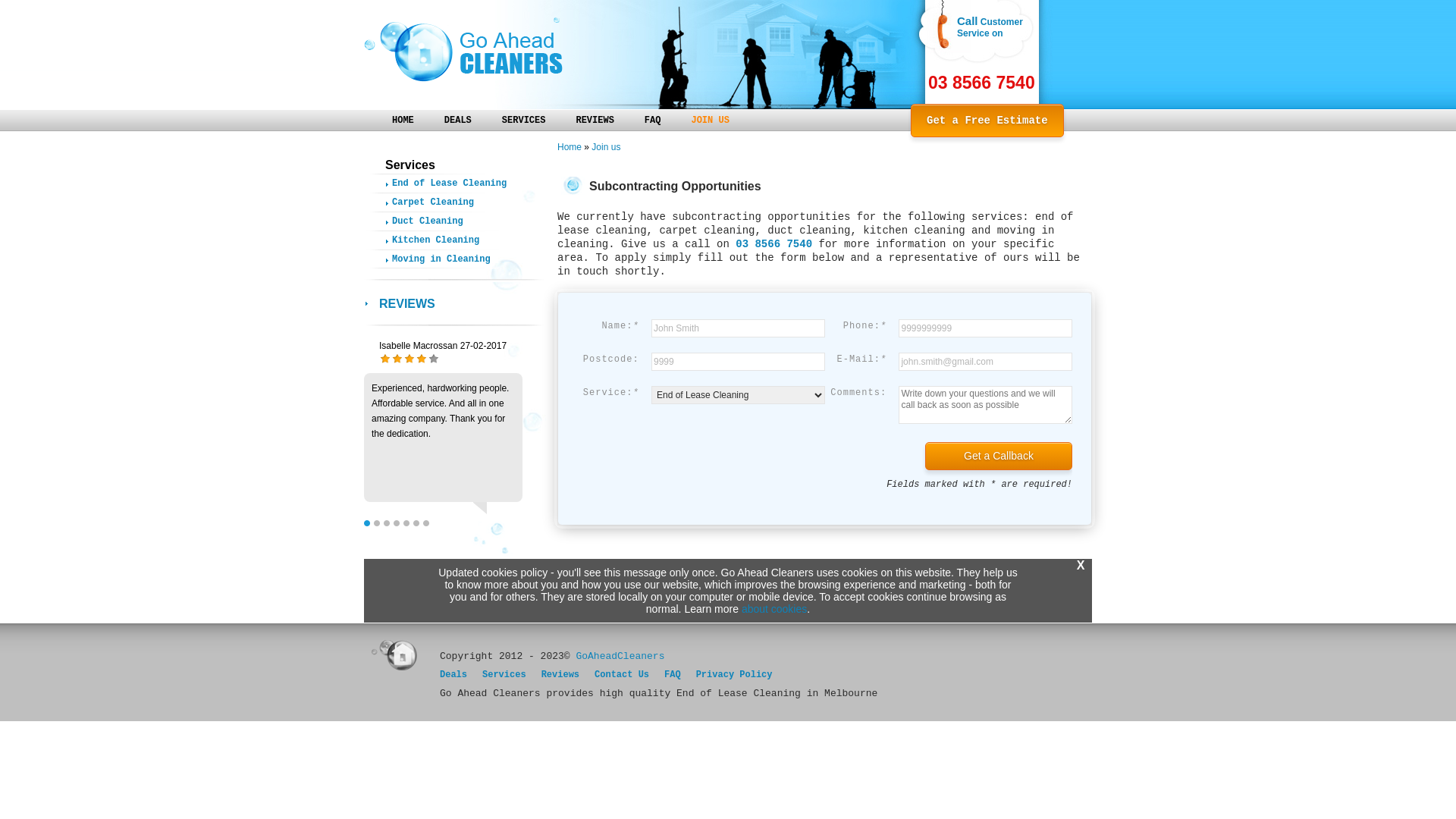  What do you see at coordinates (709, 118) in the screenshot?
I see `'JOIN US'` at bounding box center [709, 118].